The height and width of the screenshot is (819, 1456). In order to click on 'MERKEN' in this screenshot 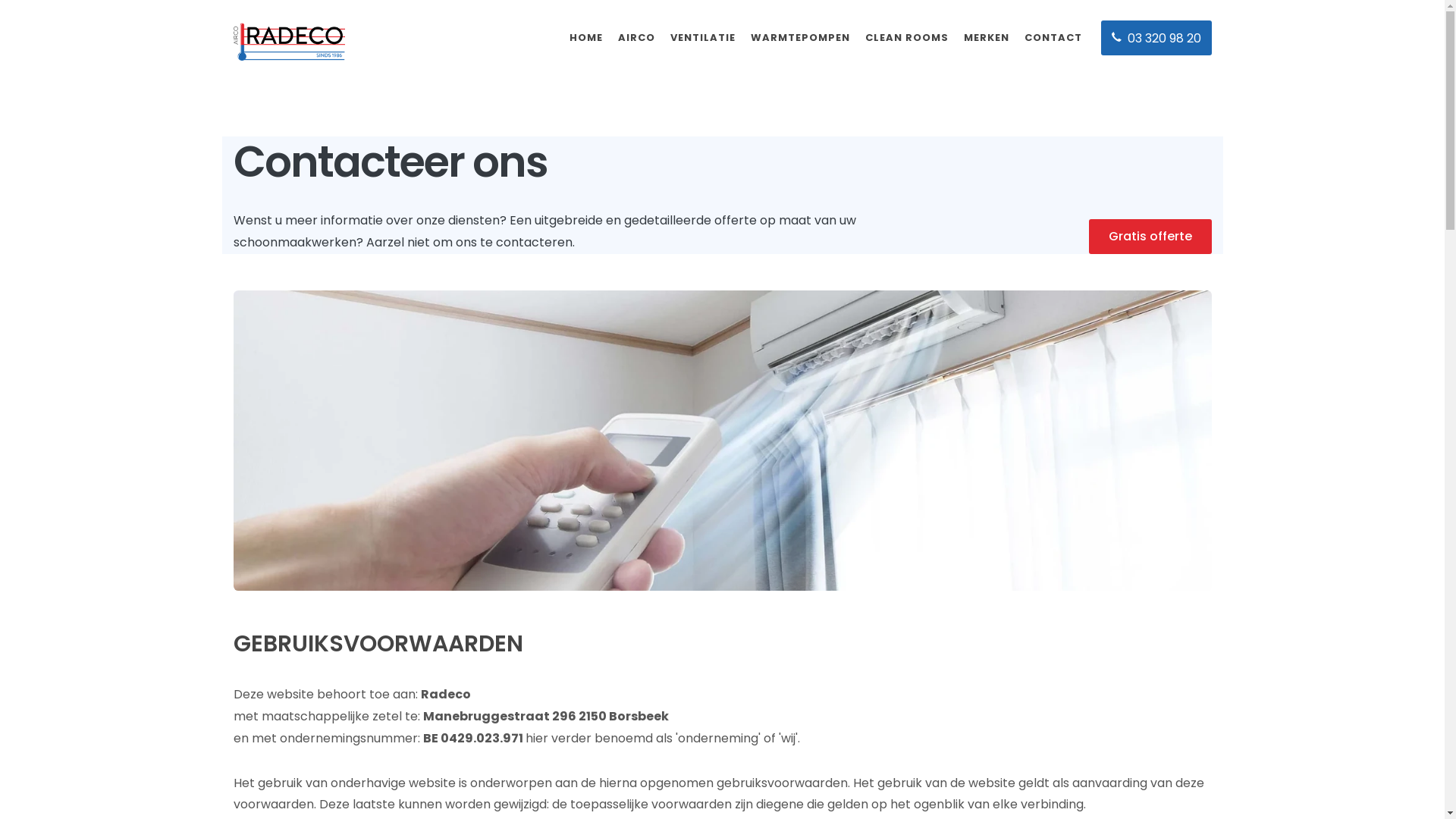, I will do `click(986, 37)`.